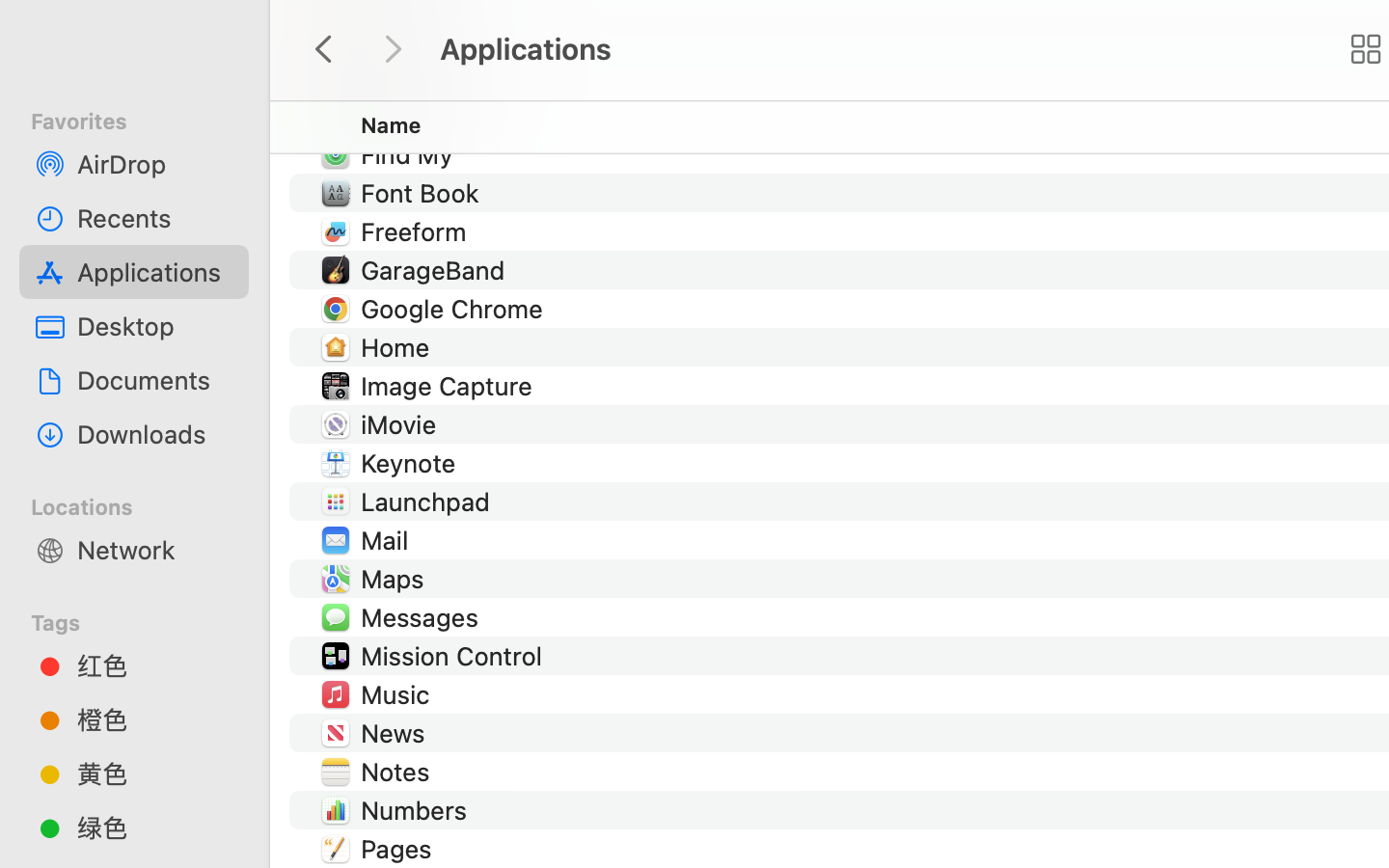 Image resolution: width=1389 pixels, height=868 pixels. Describe the element at coordinates (410, 154) in the screenshot. I see `'Find My'` at that location.